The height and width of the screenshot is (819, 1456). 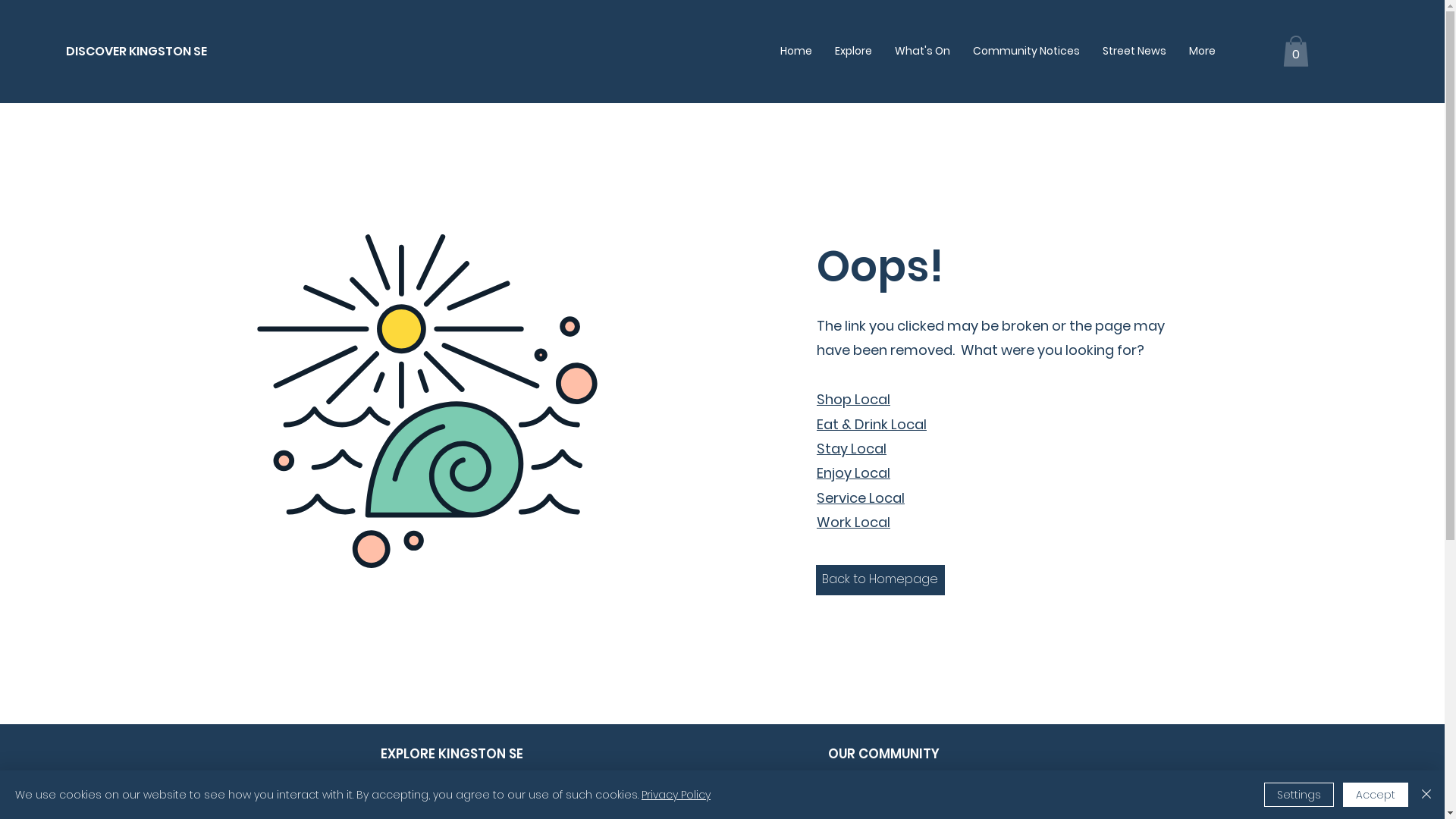 I want to click on 'About Discover Kingston SE', so click(x=918, y=774).